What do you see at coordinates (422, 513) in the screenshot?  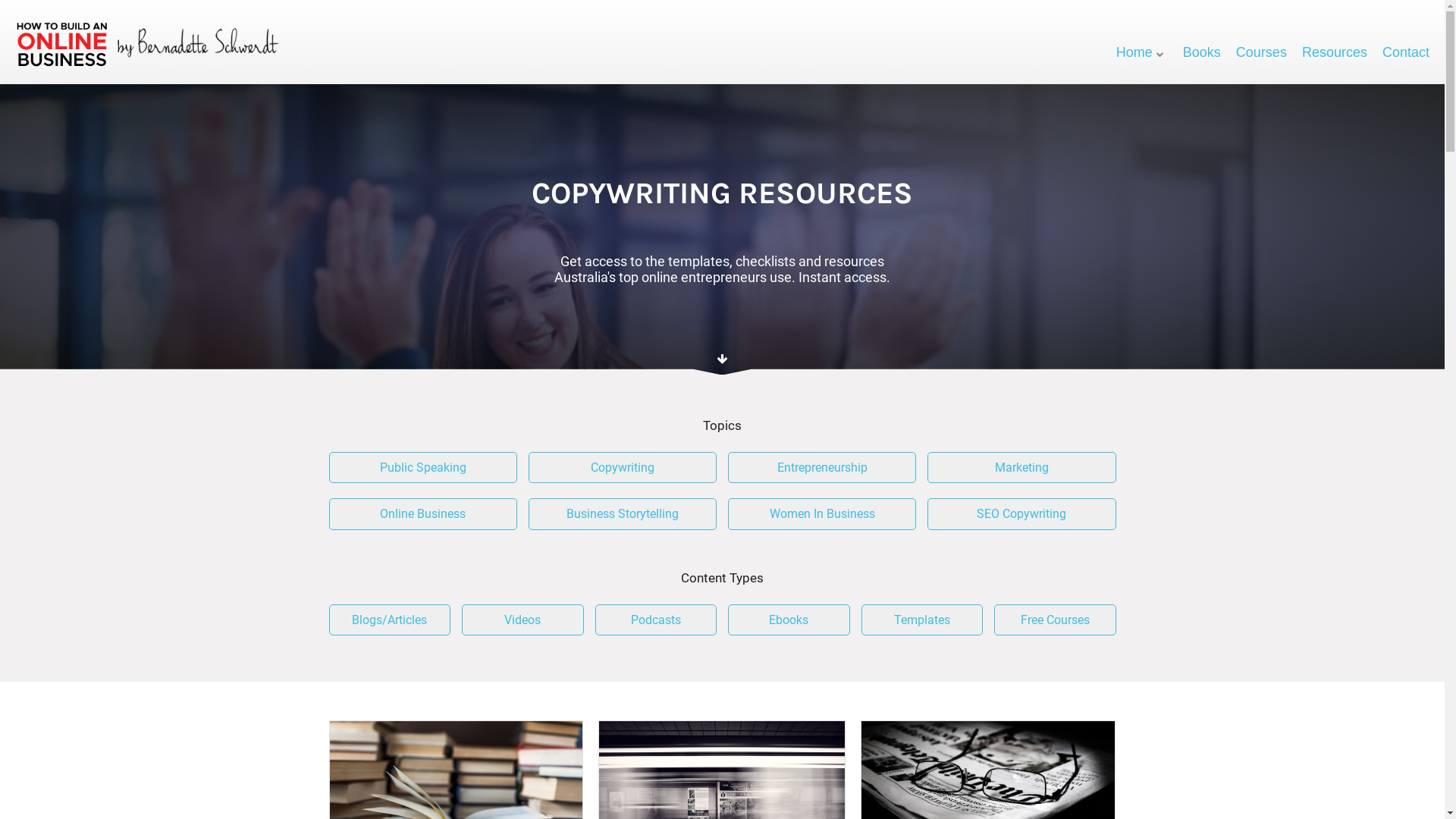 I see `'Online Business'` at bounding box center [422, 513].